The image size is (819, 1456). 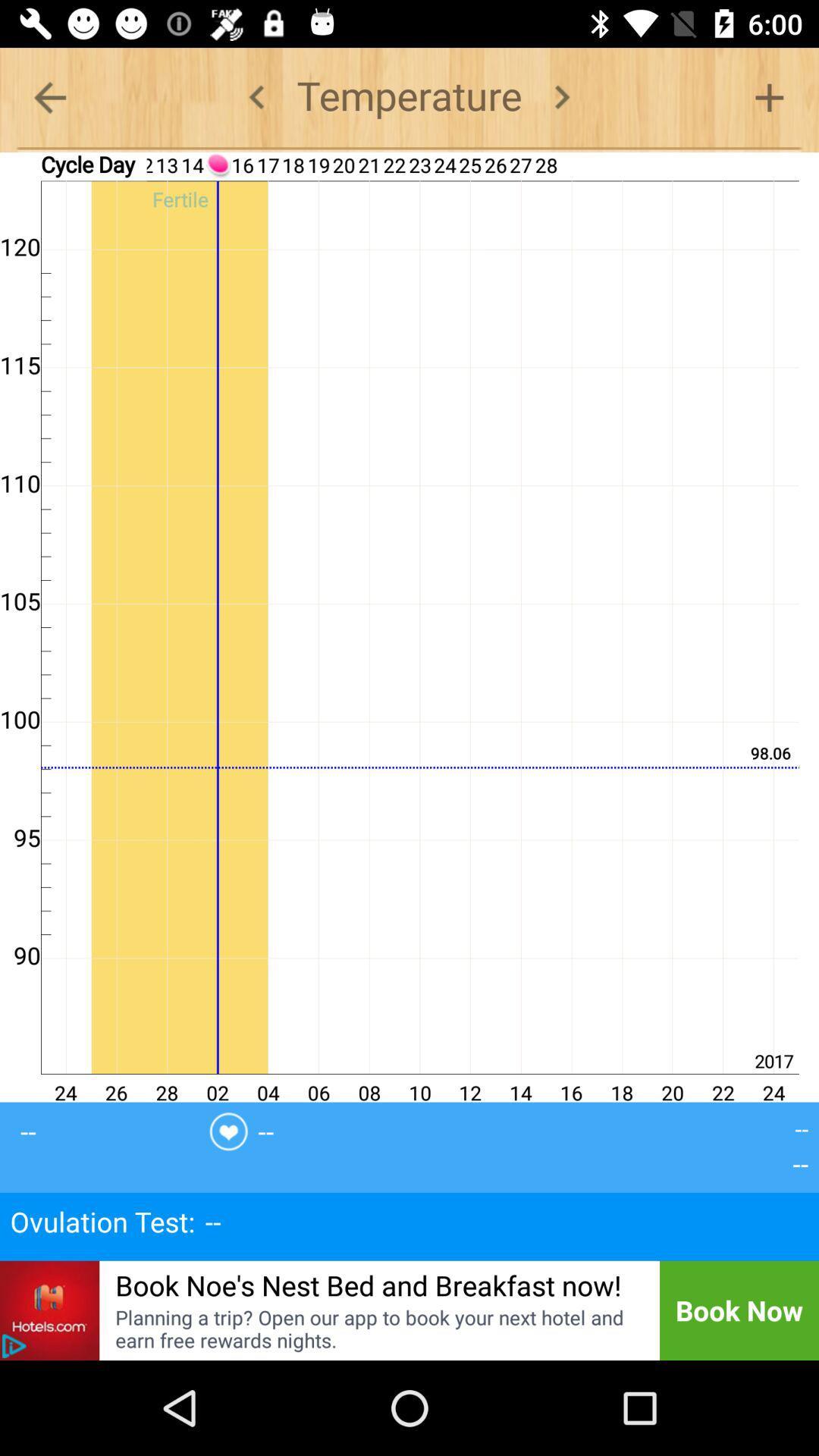 What do you see at coordinates (49, 1310) in the screenshot?
I see `icon below the ovulation test item` at bounding box center [49, 1310].